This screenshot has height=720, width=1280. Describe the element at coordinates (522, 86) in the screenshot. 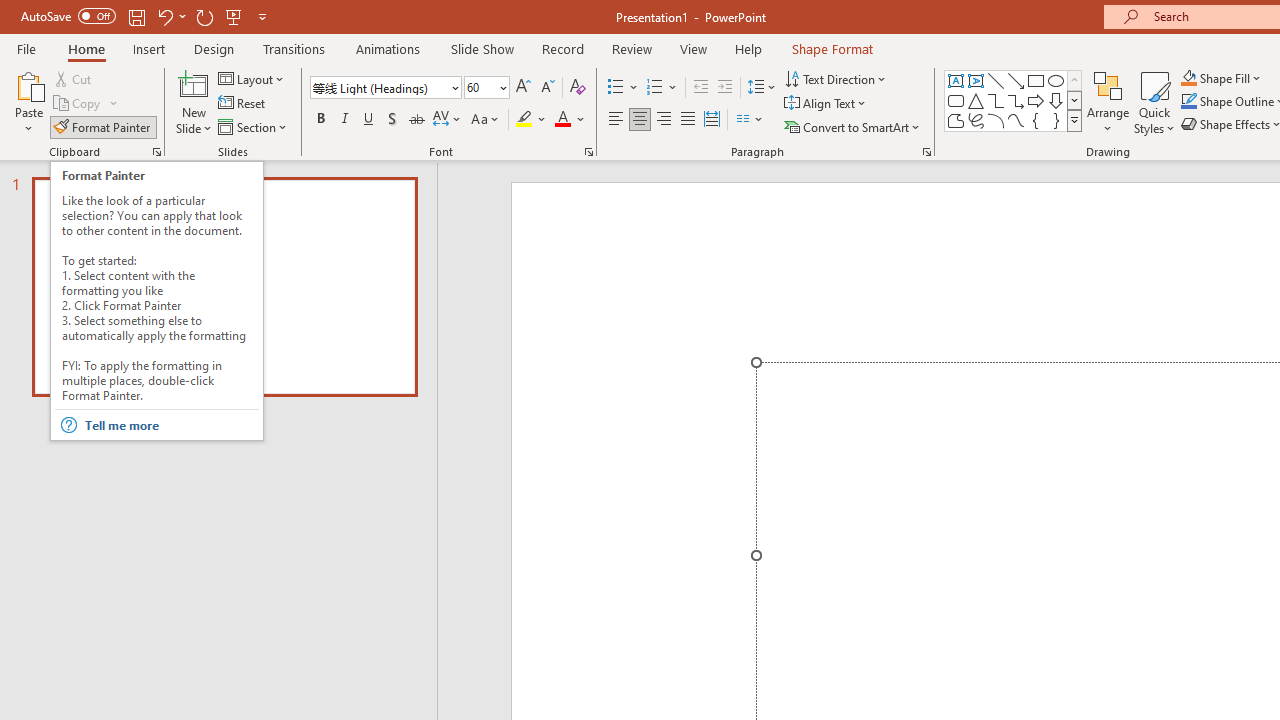

I see `'Increase Font Size'` at that location.